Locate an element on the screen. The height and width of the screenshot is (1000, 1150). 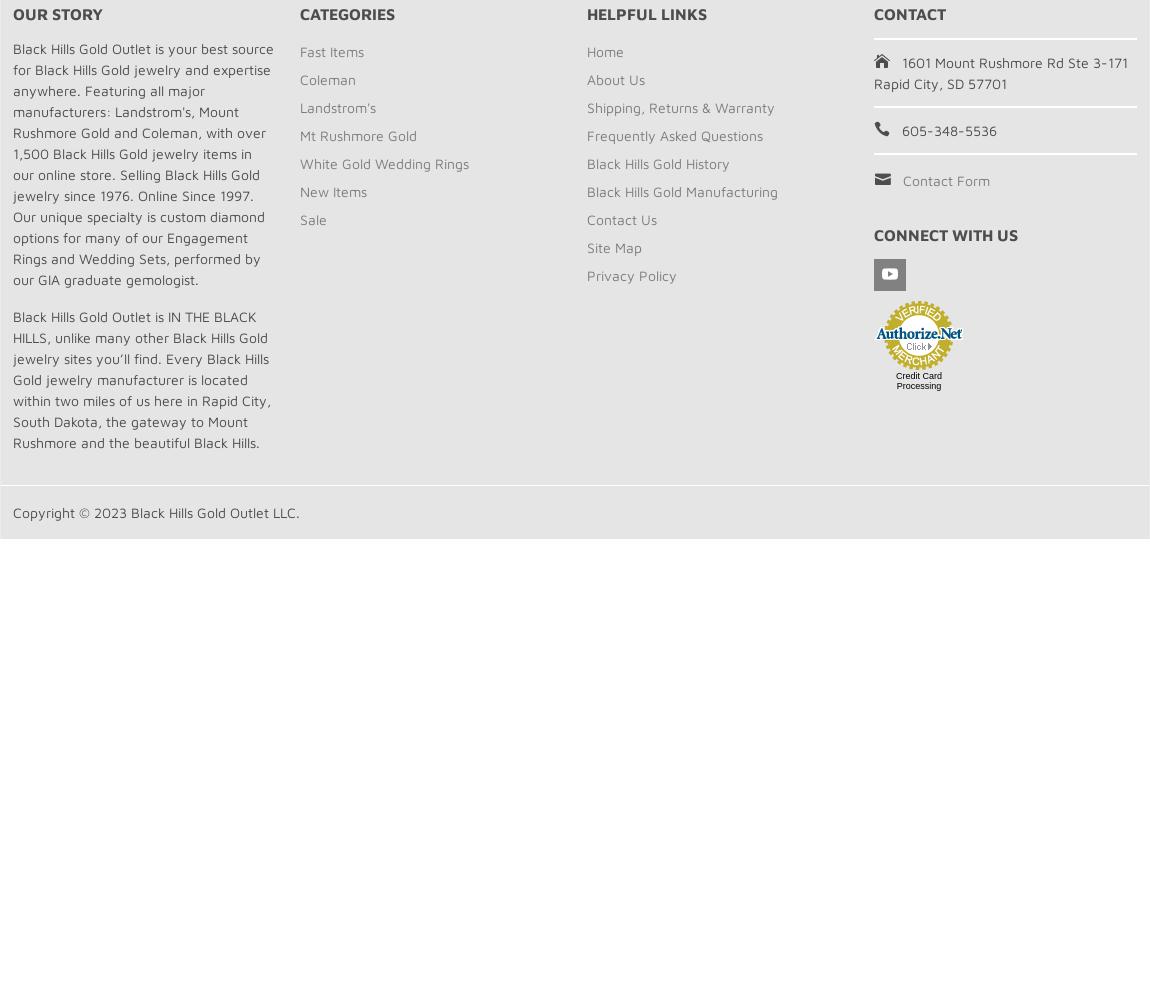
'Black Hills Gold Outlet is IN THE BLACK HILLS, unlike many other Black Hills Gold jewelry sites you’ll find. Every Black Hills Gold jewelry manufacturer is located within two miles of us here in Rapid City, South Dakota, the gateway to Mount Rushmore and the beautiful Black Hills.' is located at coordinates (141, 379).